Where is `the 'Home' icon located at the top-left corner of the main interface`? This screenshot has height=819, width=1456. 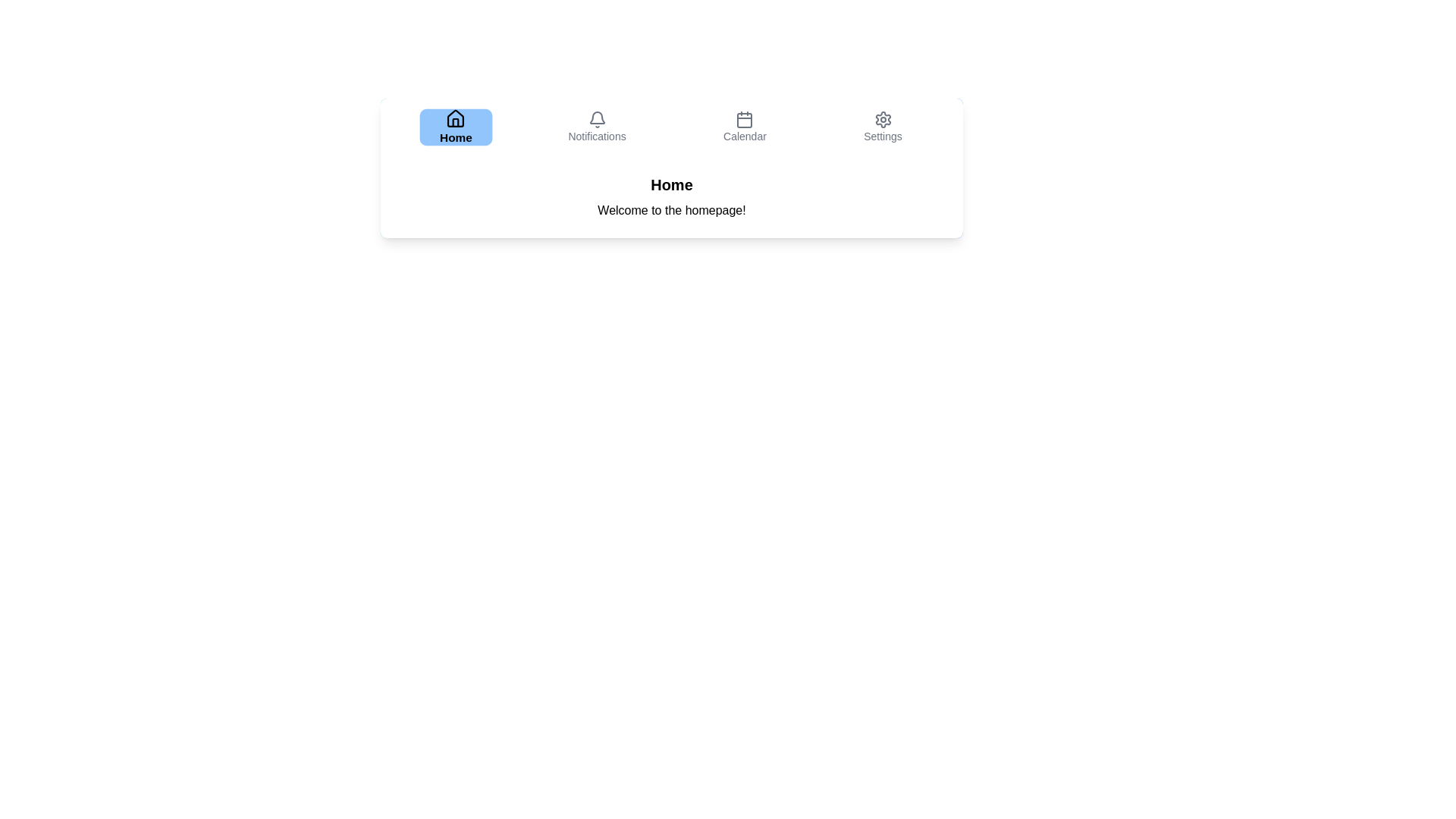
the 'Home' icon located at the top-left corner of the main interface is located at coordinates (455, 118).